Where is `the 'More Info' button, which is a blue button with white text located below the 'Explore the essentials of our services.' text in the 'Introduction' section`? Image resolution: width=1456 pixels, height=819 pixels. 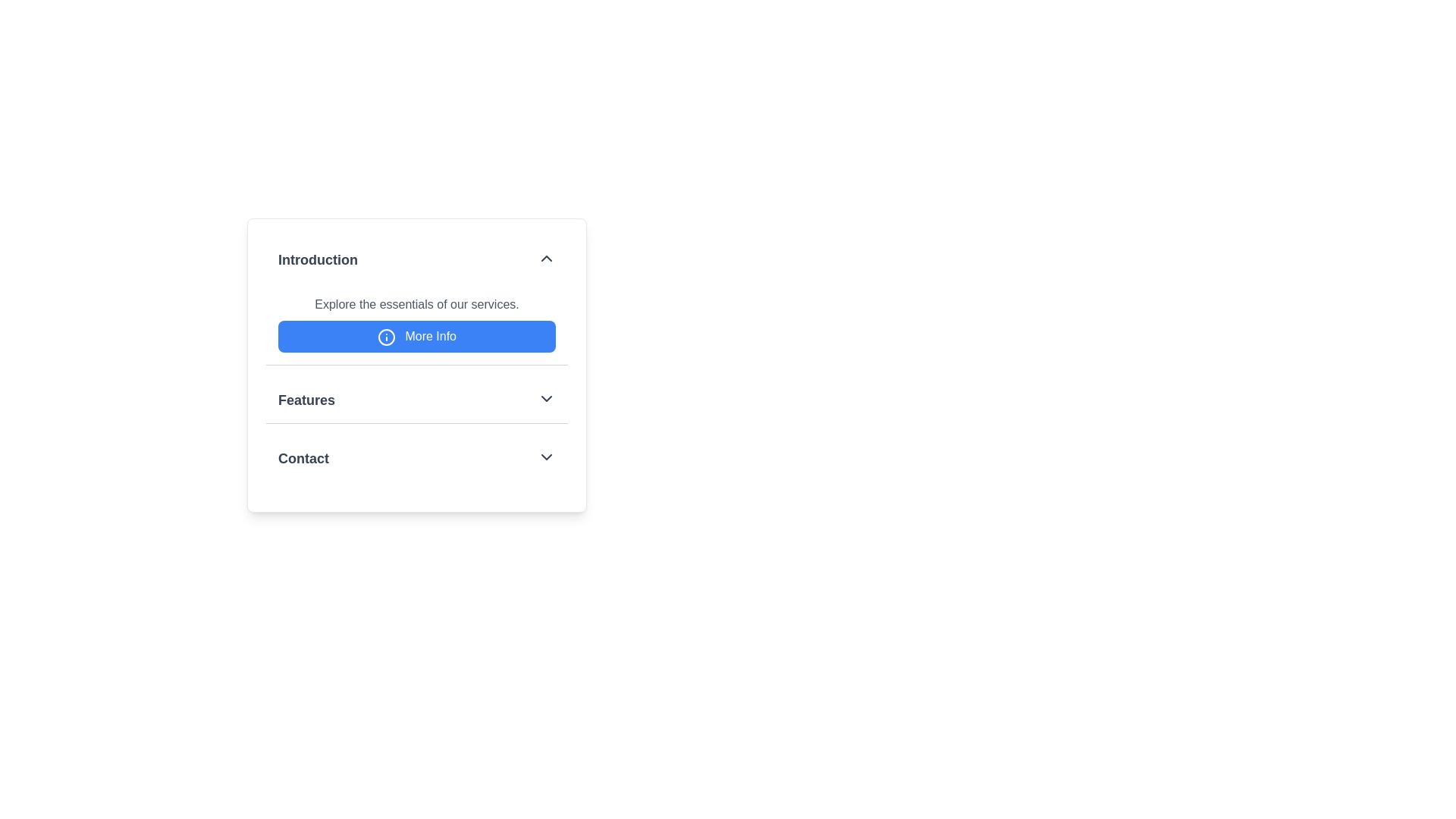 the 'More Info' button, which is a blue button with white text located below the 'Explore the essentials of our services.' text in the 'Introduction' section is located at coordinates (417, 323).